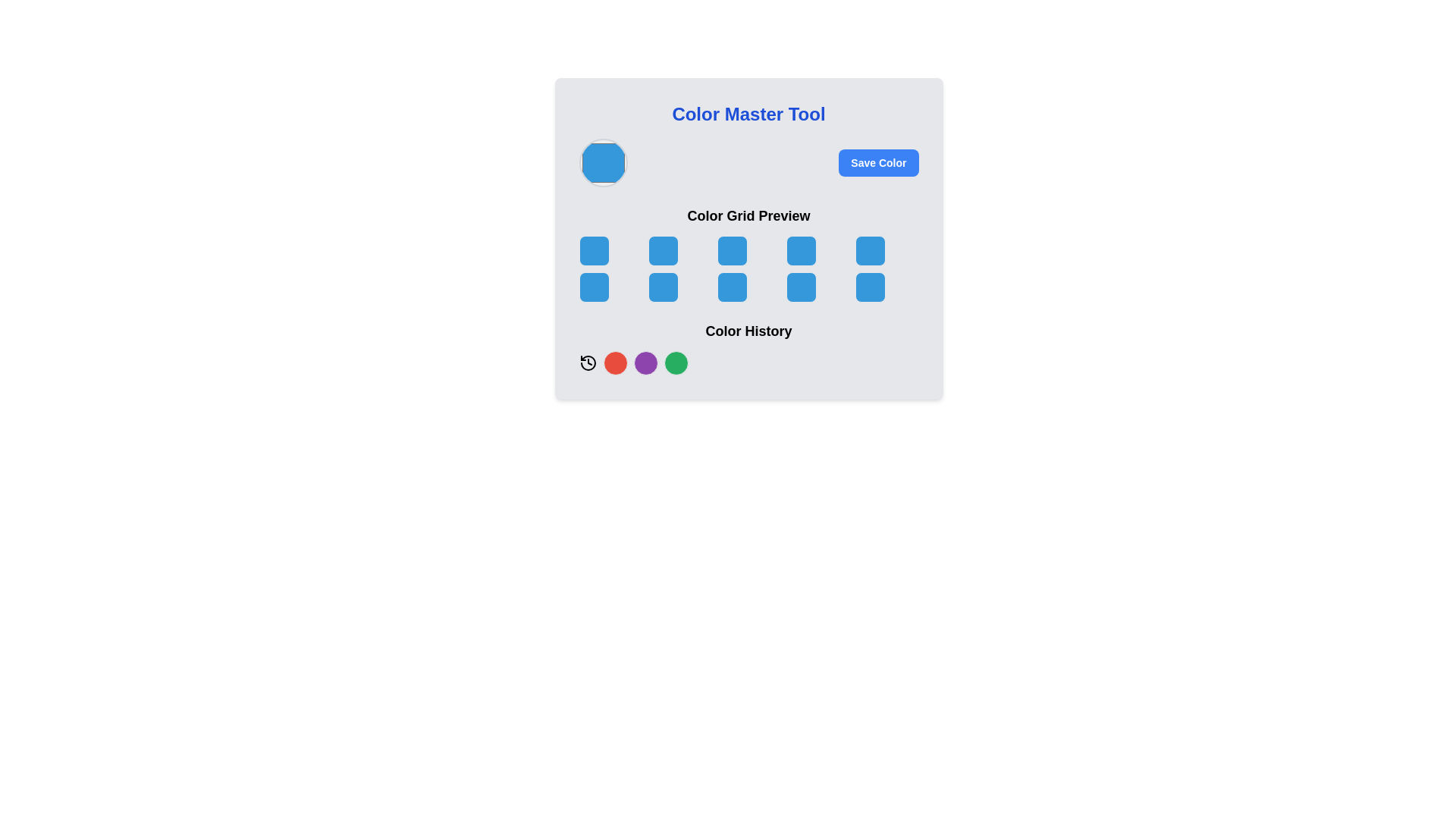 The width and height of the screenshot is (1456, 819). I want to click on the last circular color indicator with a green background in the Color History section to interact with it, so click(675, 362).